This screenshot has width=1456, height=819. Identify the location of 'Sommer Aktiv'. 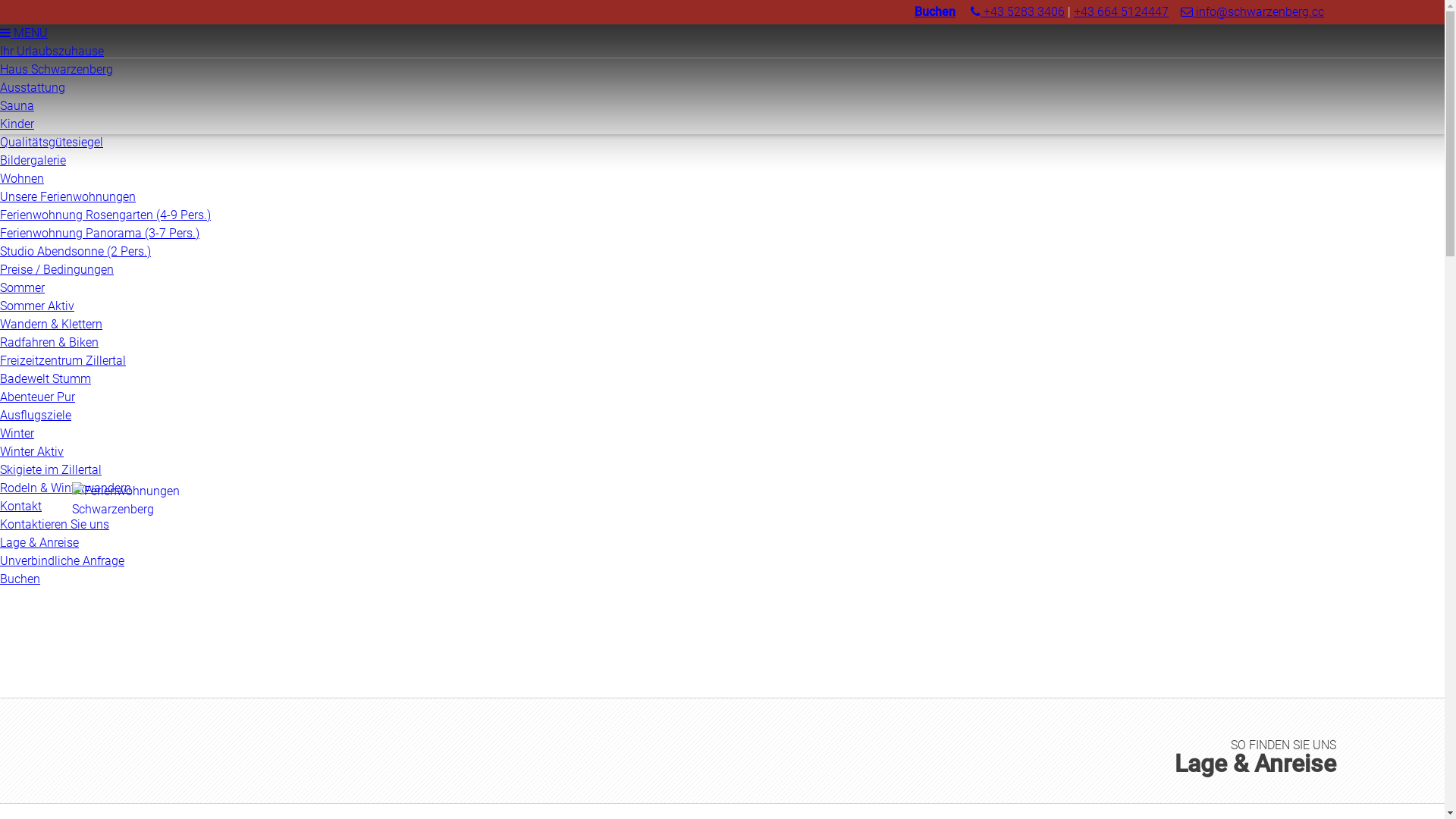
(36, 306).